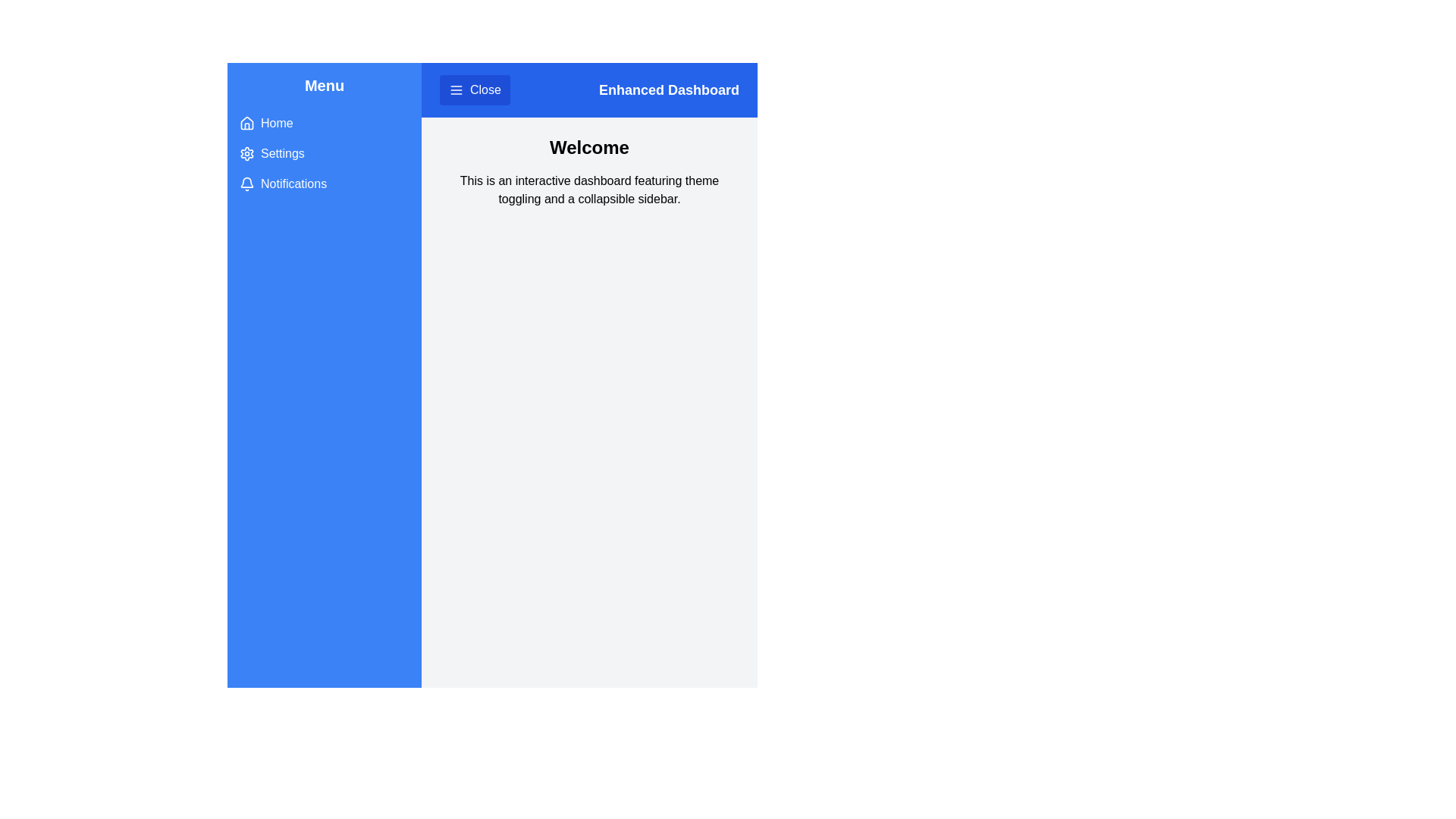 The height and width of the screenshot is (819, 1456). Describe the element at coordinates (247, 122) in the screenshot. I see `the blue home icon located in the sidebar menu, positioned to the left of the 'Home' text` at that location.